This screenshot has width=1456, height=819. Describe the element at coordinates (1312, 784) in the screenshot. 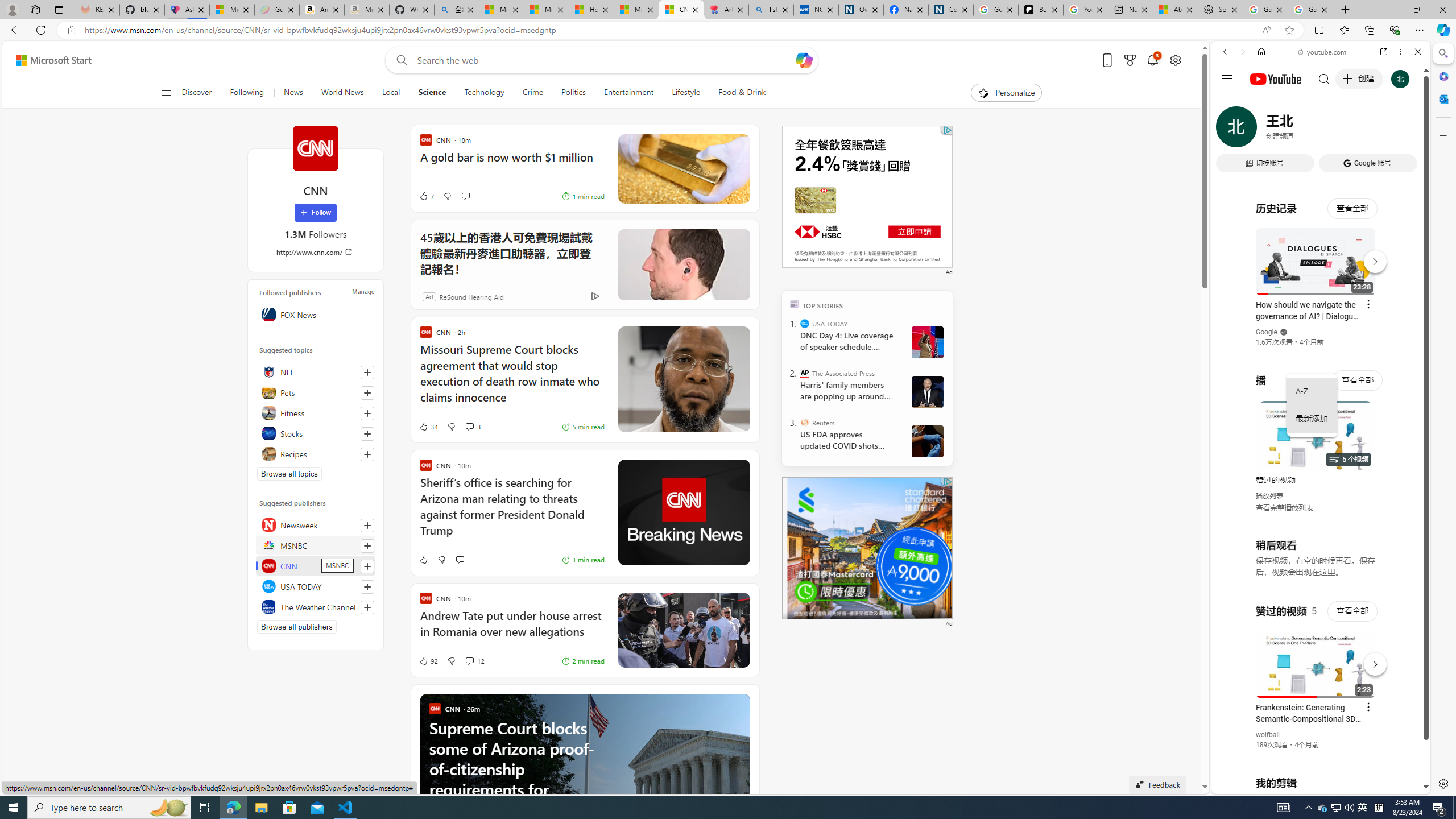

I see `'Class: dict_pnIcon rms_img'` at that location.